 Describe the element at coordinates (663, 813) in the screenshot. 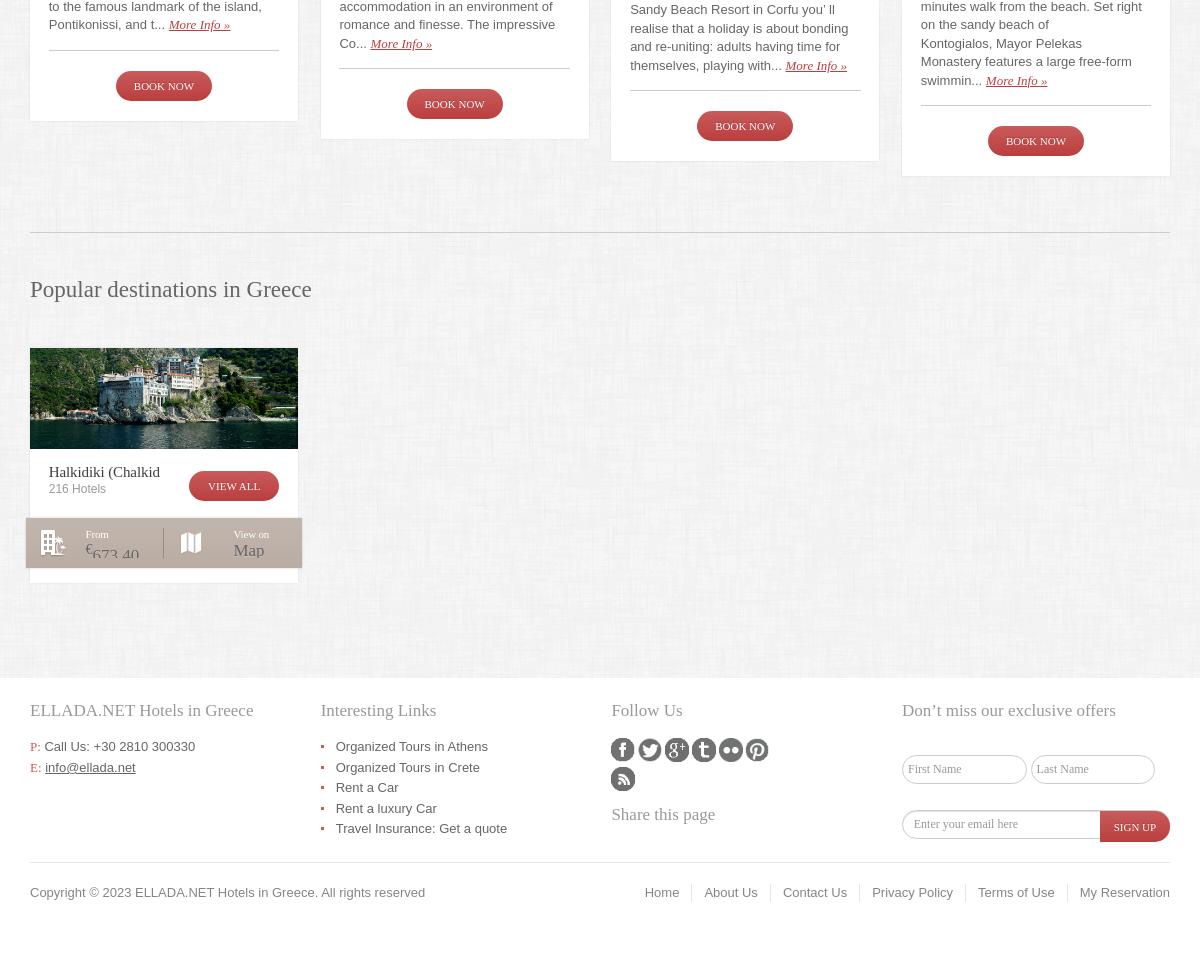

I see `'Share this page'` at that location.